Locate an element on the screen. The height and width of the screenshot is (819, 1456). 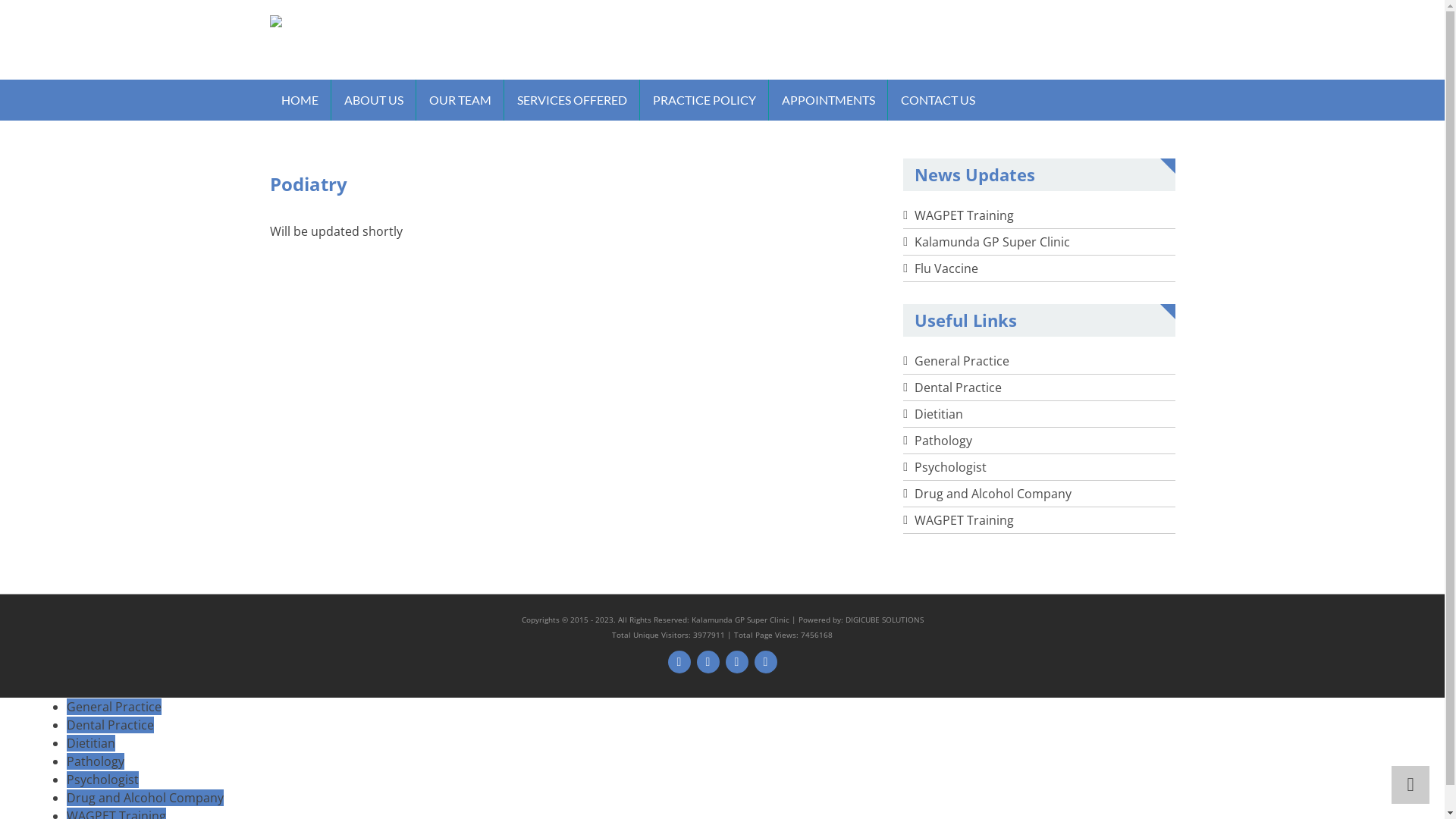
'SERVICES OFFERED' is located at coordinates (570, 99).